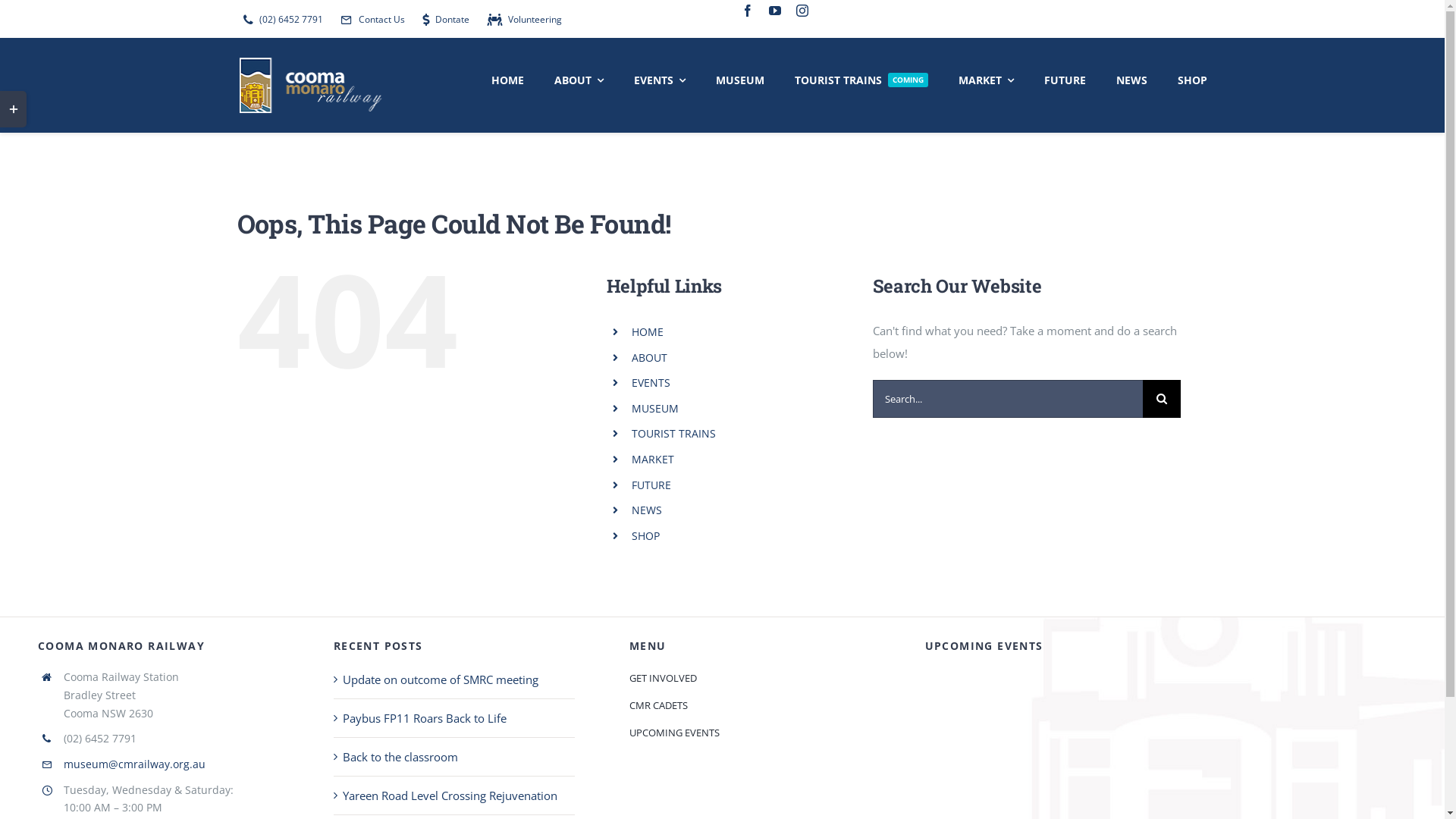 Image resolution: width=1456 pixels, height=819 pixels. I want to click on 'Volunteering', so click(521, 20).